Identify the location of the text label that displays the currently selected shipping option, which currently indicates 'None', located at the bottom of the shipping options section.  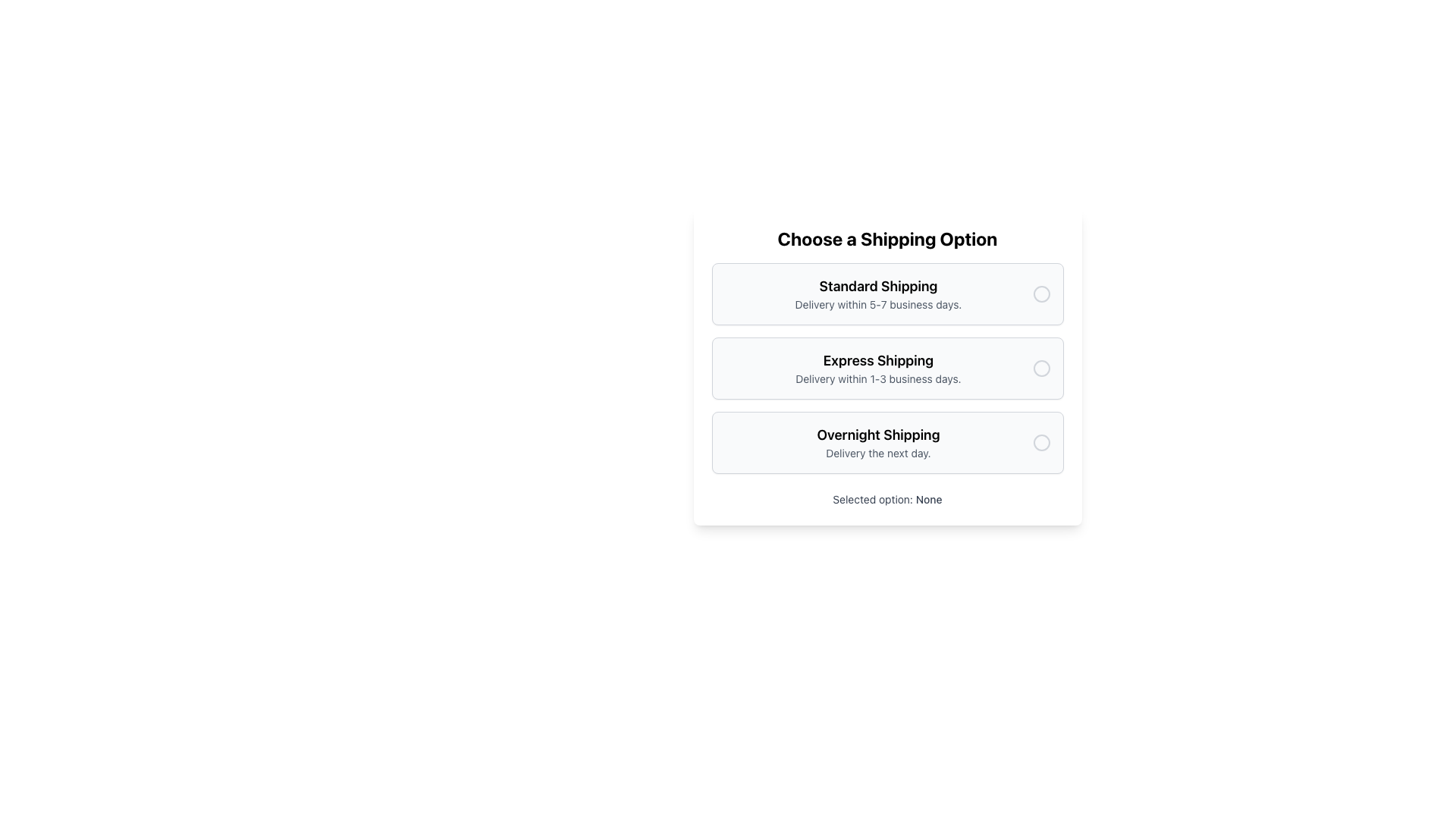
(928, 499).